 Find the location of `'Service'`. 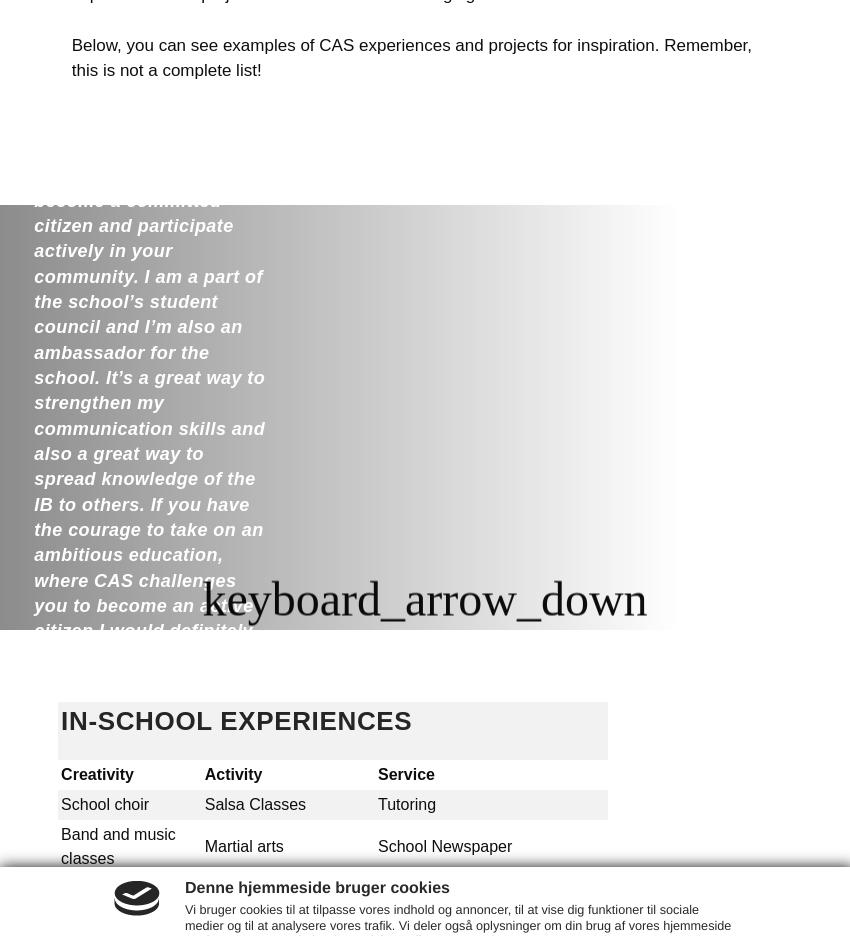

'Service' is located at coordinates (406, 774).